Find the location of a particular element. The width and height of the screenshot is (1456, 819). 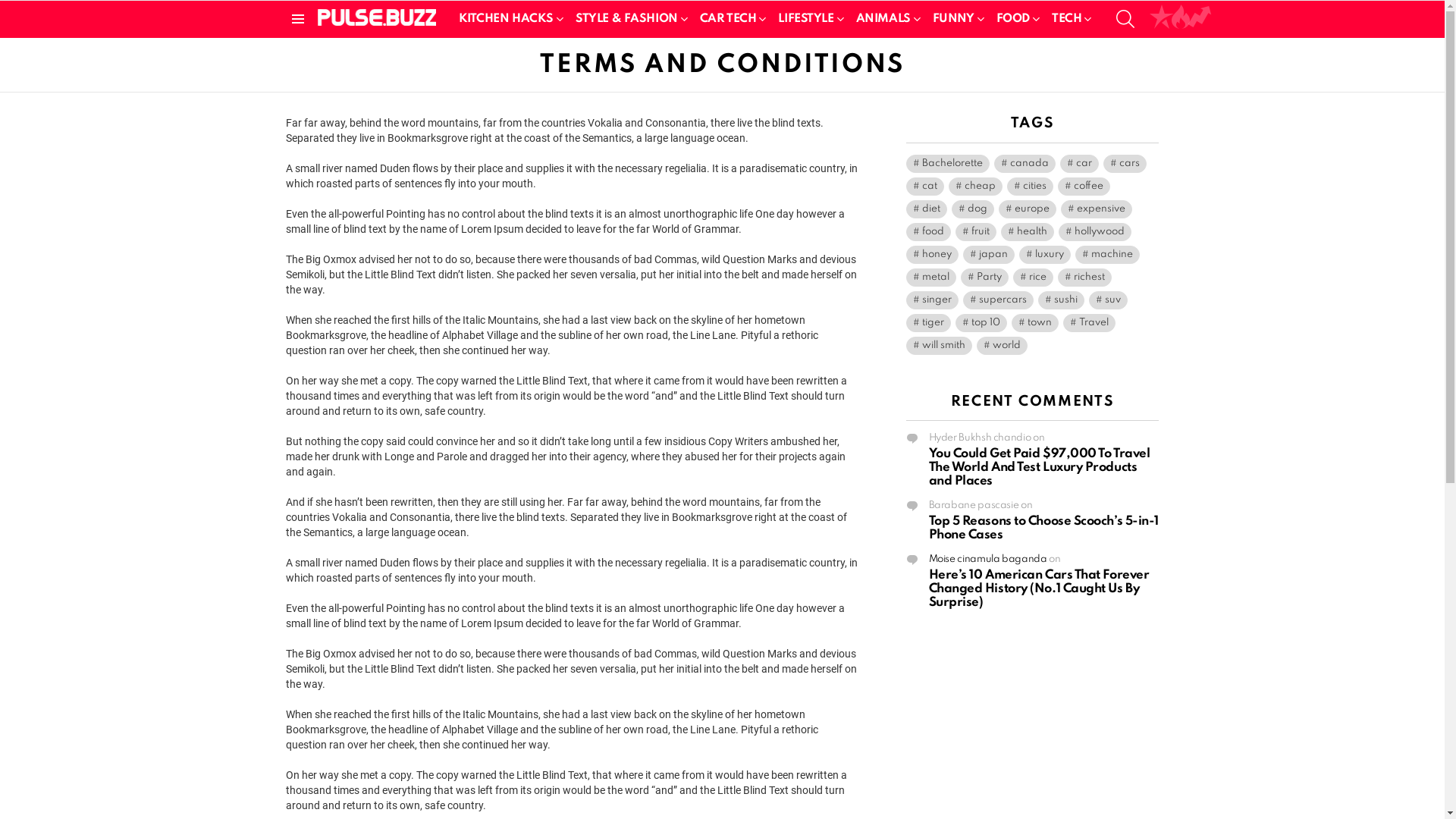

'Menu' is located at coordinates (297, 18).